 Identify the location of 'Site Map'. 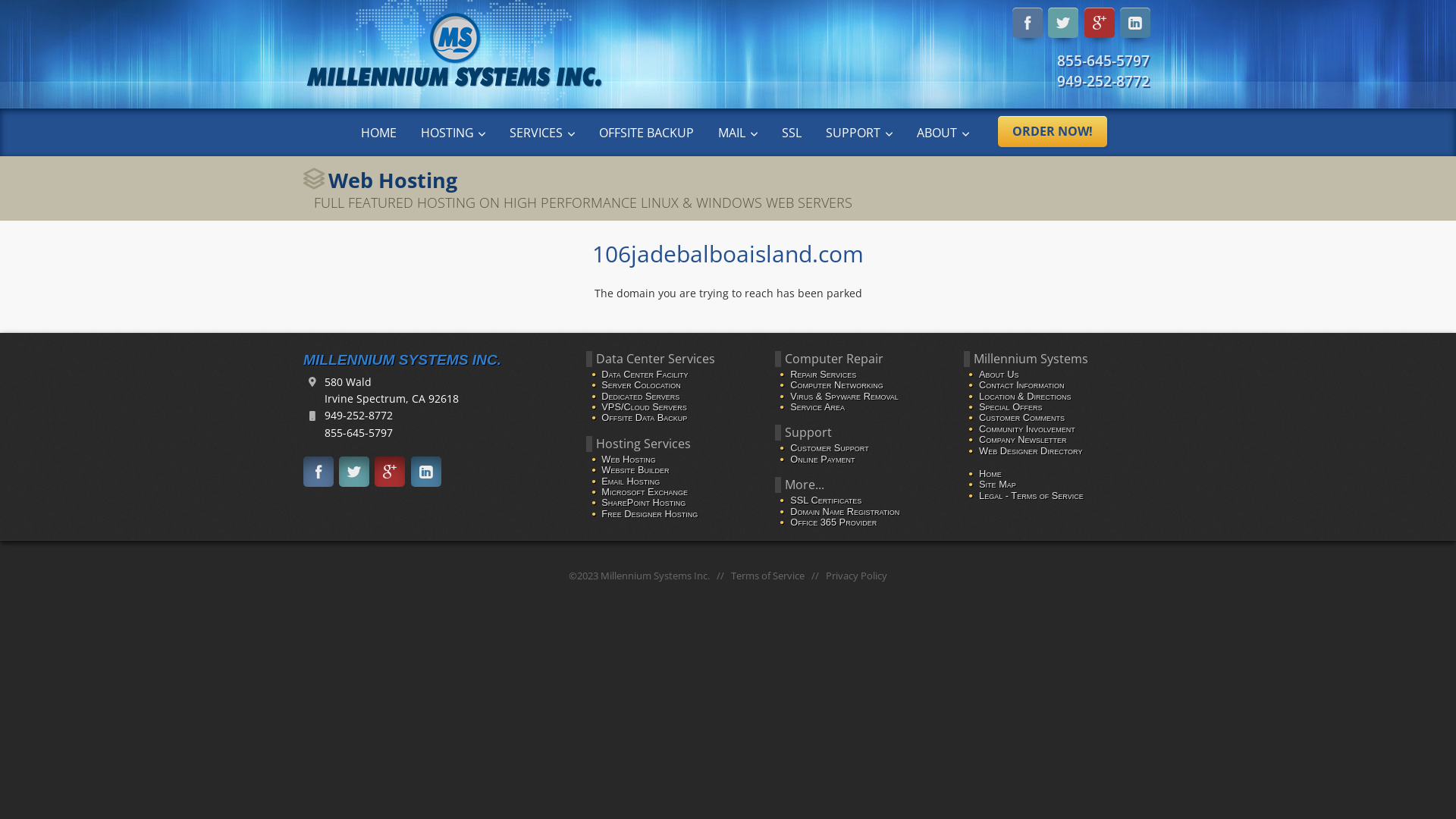
(997, 484).